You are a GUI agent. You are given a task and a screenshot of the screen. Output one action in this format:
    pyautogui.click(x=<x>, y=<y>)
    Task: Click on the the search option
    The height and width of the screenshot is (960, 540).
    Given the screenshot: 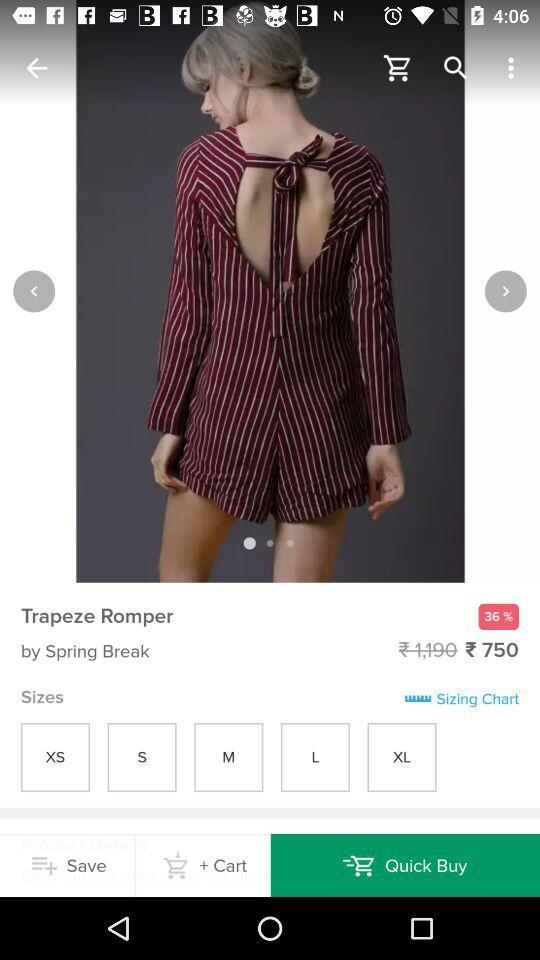 What is the action you would take?
    pyautogui.click(x=456, y=68)
    